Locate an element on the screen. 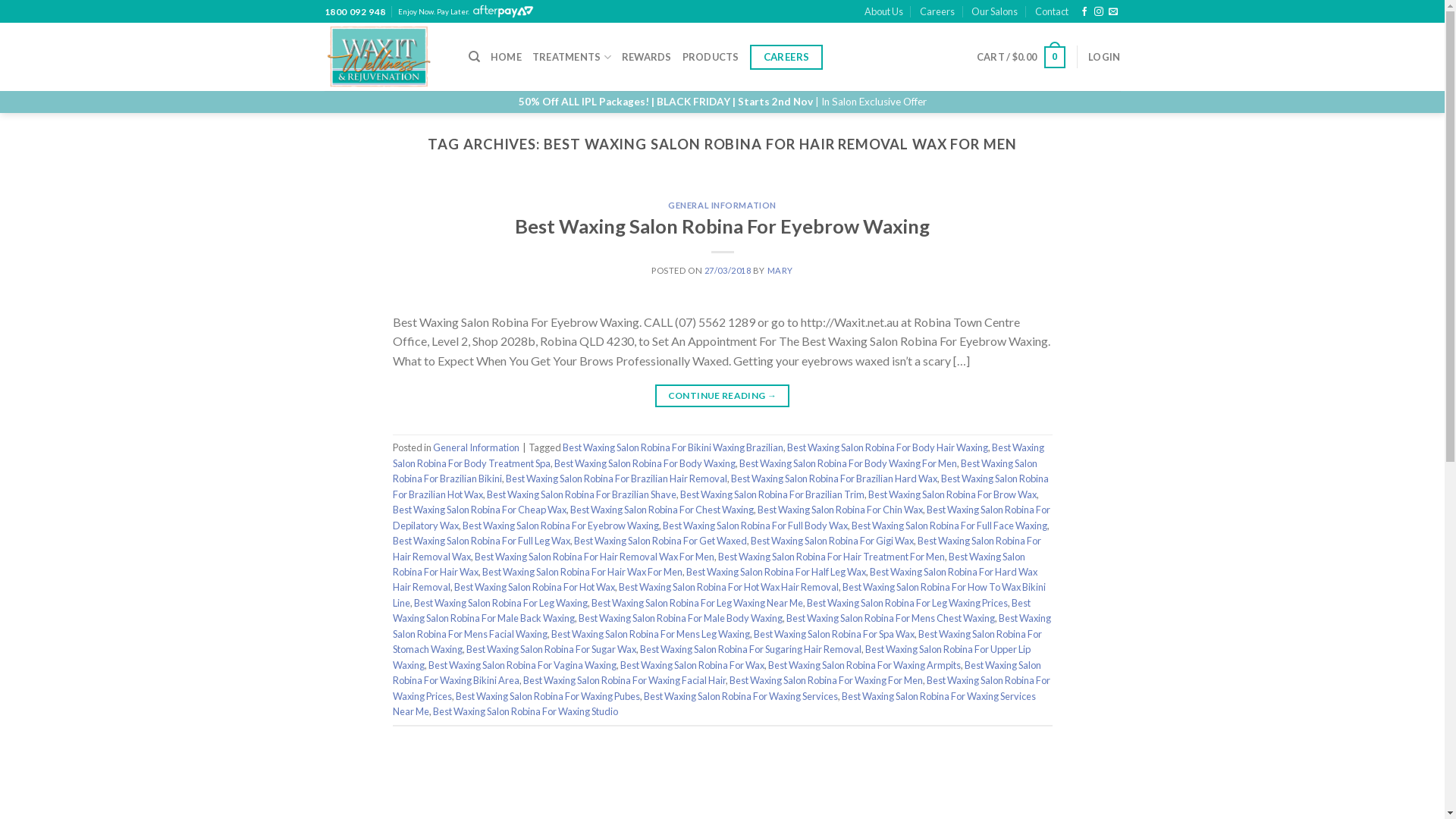  'Best Waxing Salon Robina For Body Waxing For Men' is located at coordinates (846, 462).